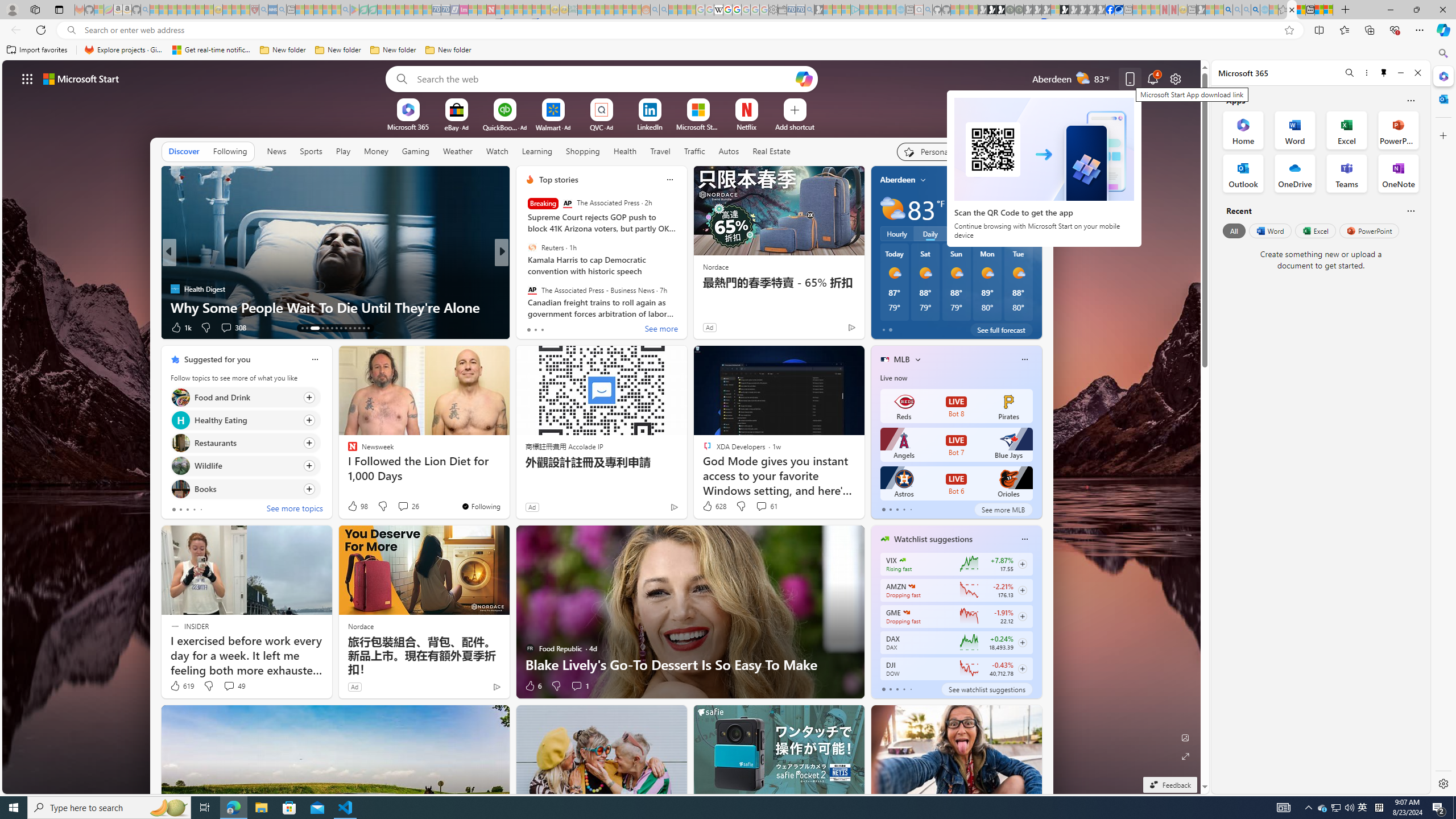 This screenshot has height=819, width=1456. What do you see at coordinates (1243, 129) in the screenshot?
I see `'Home Office App'` at bounding box center [1243, 129].